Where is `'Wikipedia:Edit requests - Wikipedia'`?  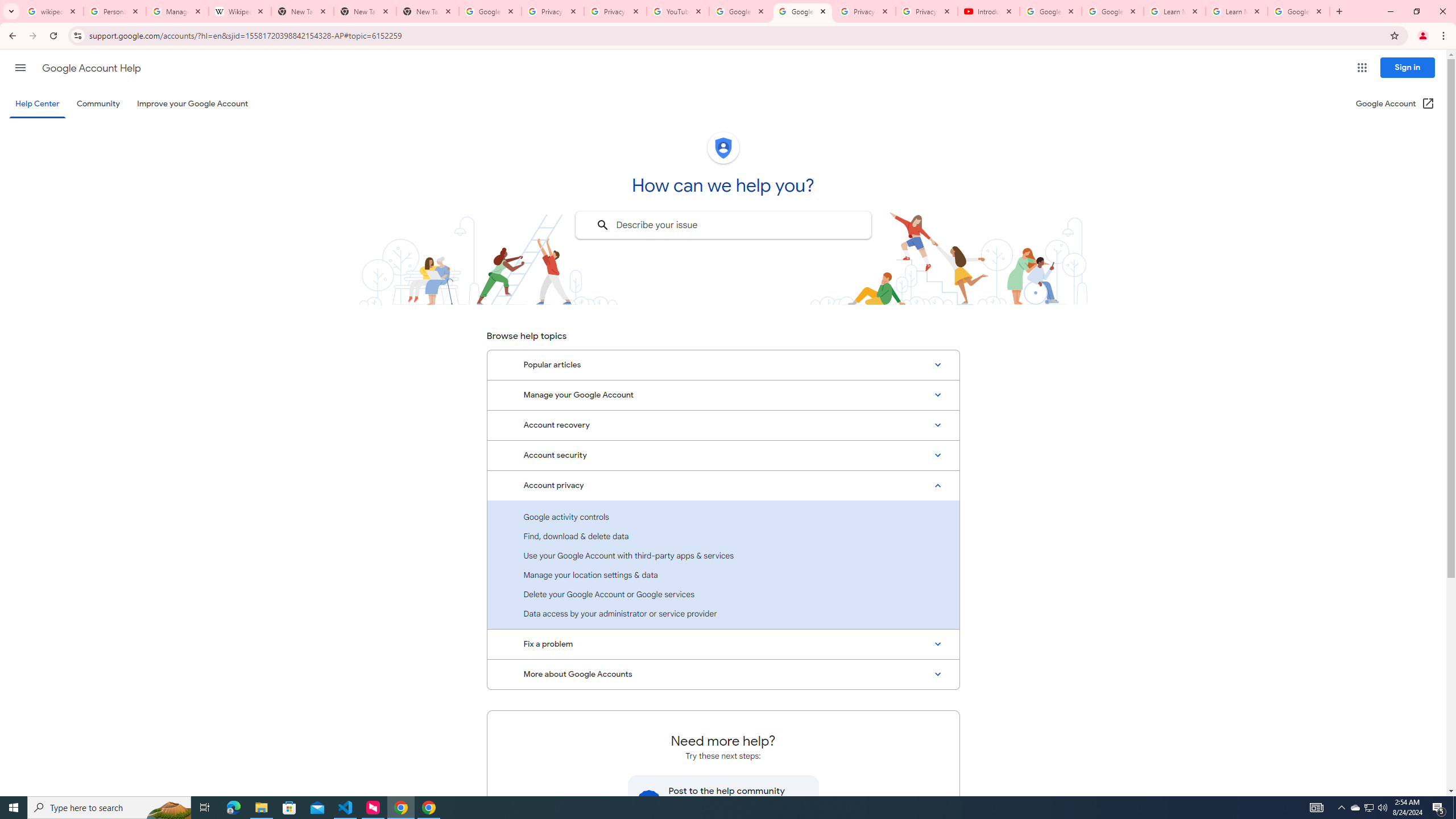 'Wikipedia:Edit requests - Wikipedia' is located at coordinates (239, 11).